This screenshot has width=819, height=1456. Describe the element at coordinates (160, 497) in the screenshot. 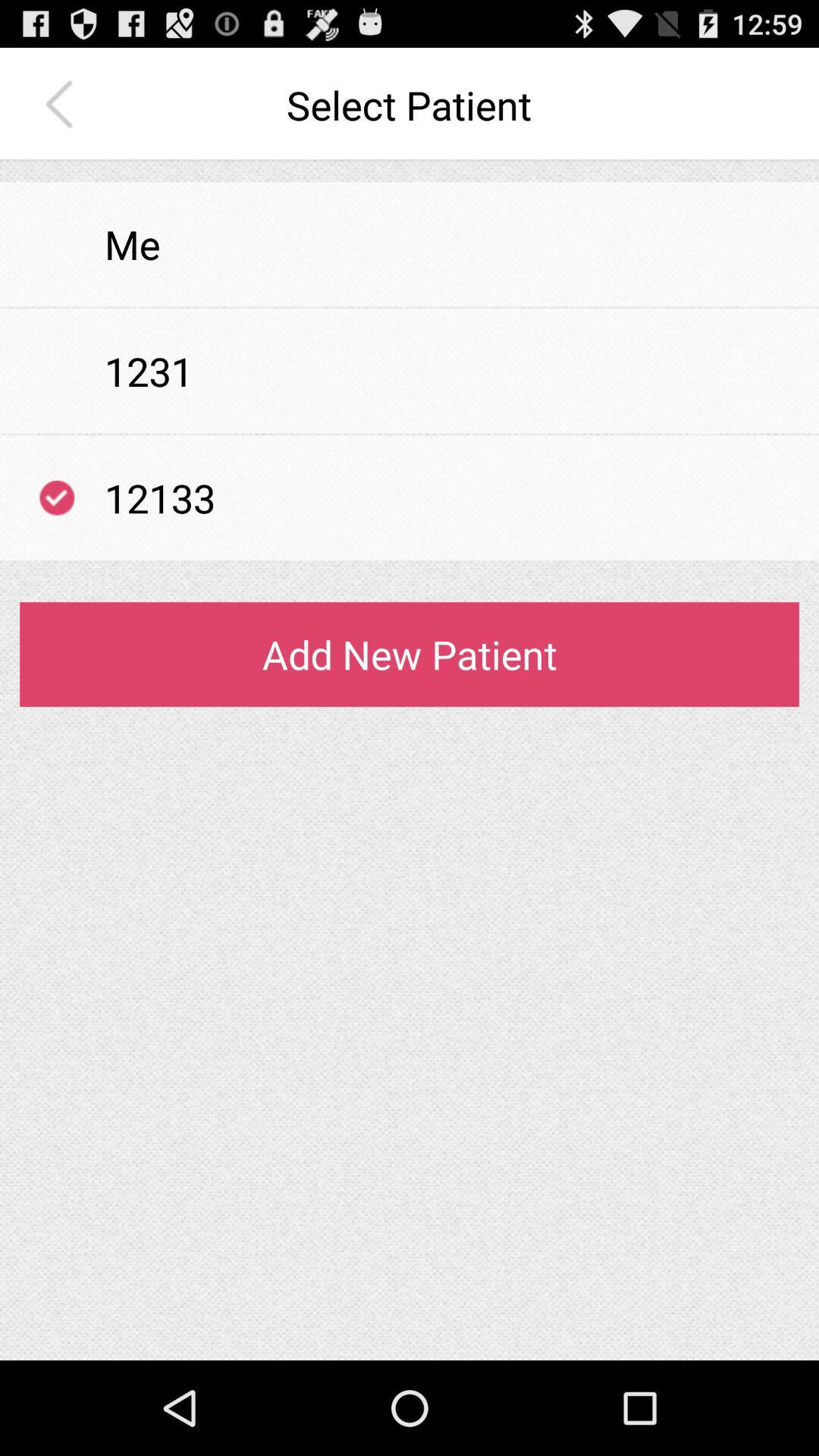

I see `the 12133` at that location.